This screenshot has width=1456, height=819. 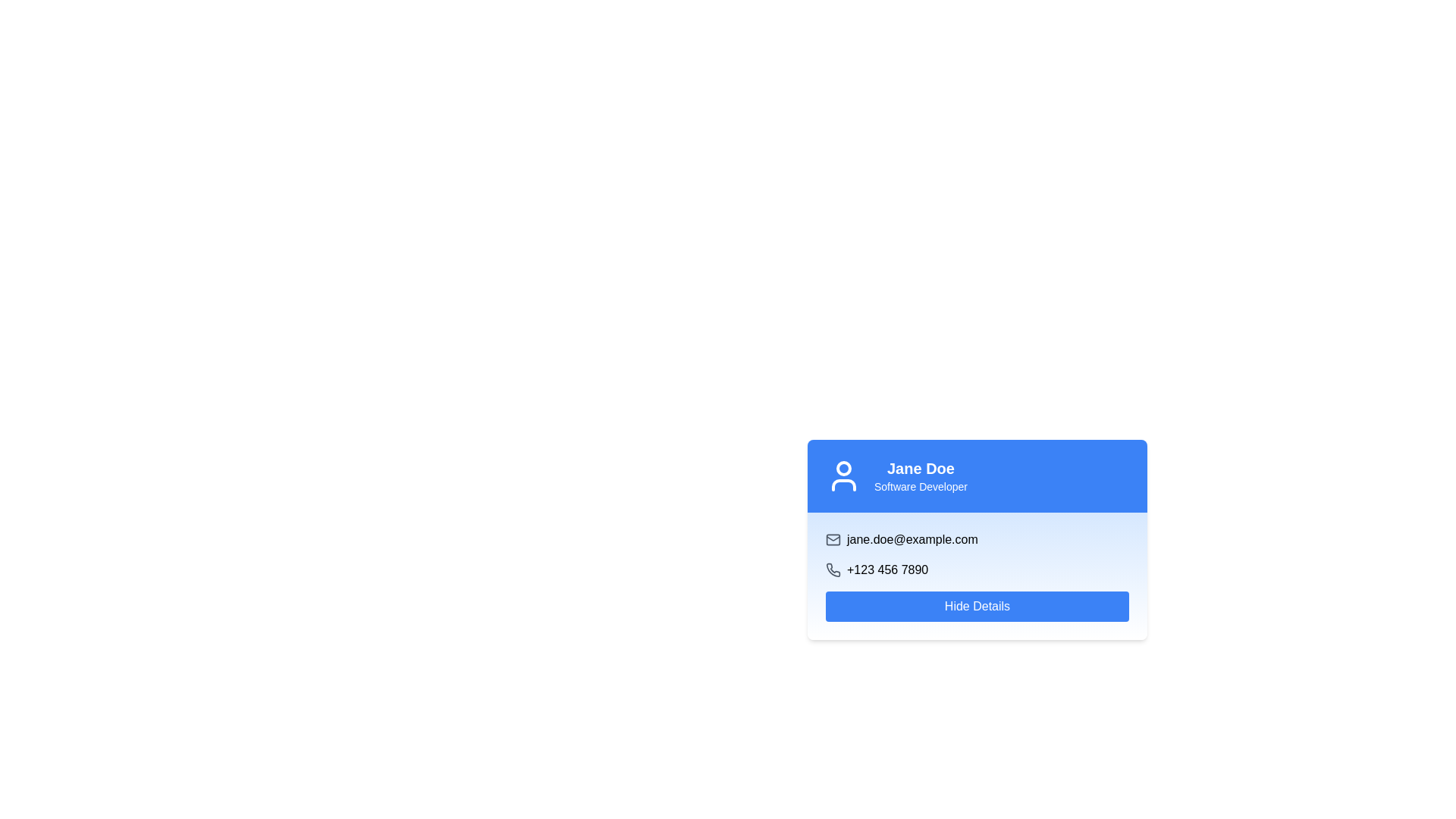 What do you see at coordinates (833, 539) in the screenshot?
I see `the upper rectangular component of the mail icon that represents email functionality` at bounding box center [833, 539].